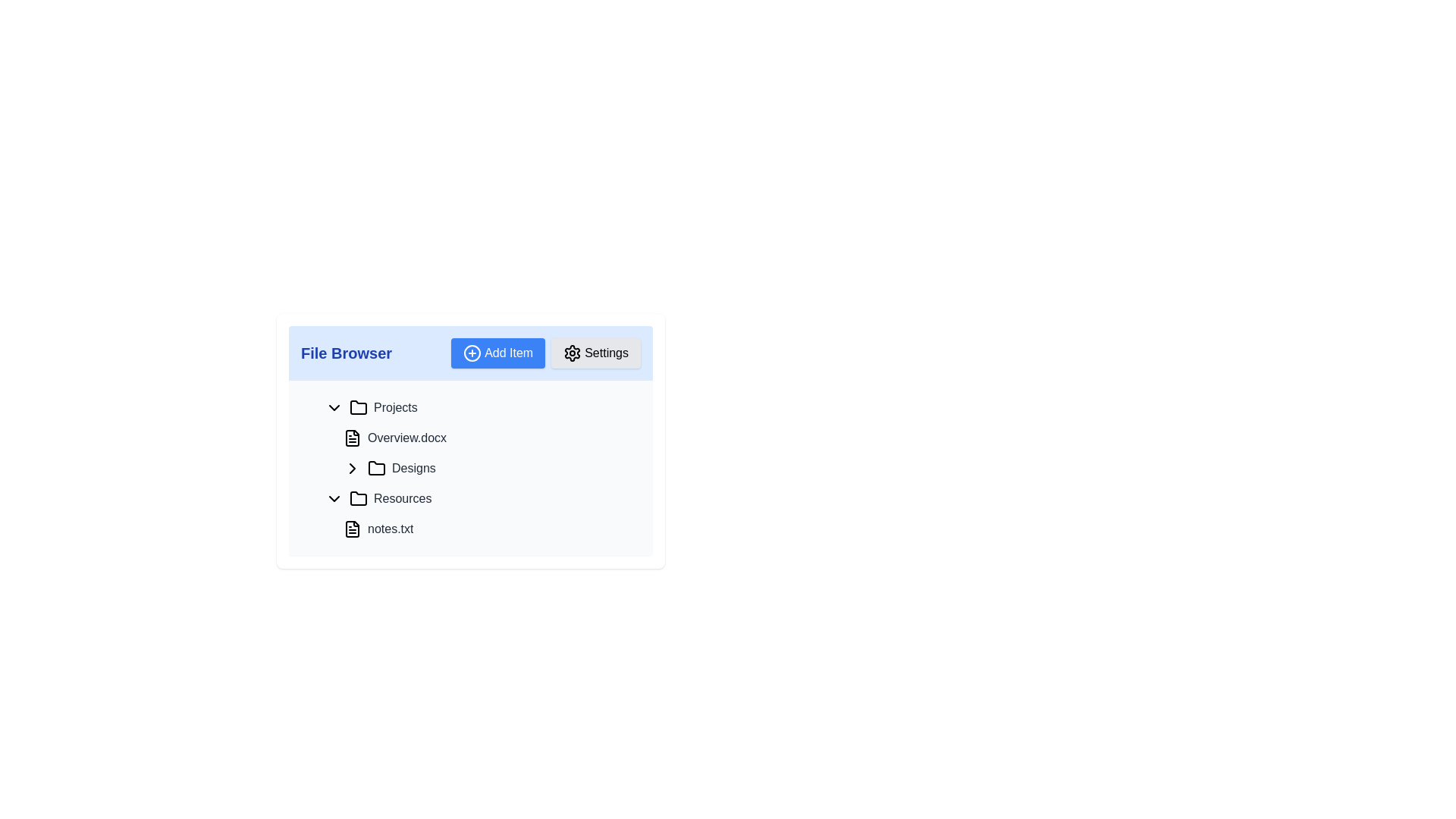 The width and height of the screenshot is (1456, 819). Describe the element at coordinates (509, 353) in the screenshot. I see `the 'Add Item' button label` at that location.